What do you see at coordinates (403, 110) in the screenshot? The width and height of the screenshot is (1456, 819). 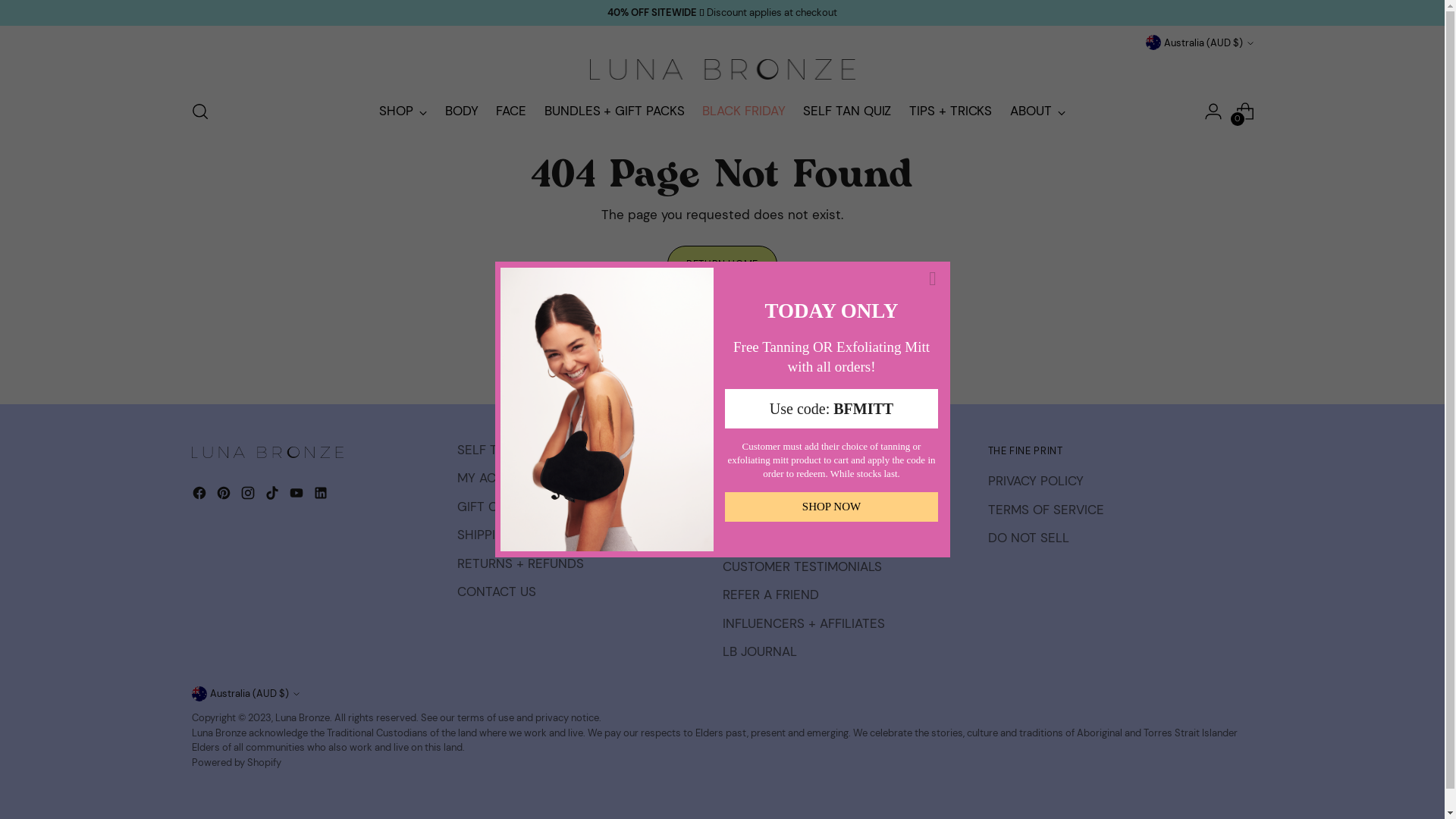 I see `'SHOP'` at bounding box center [403, 110].